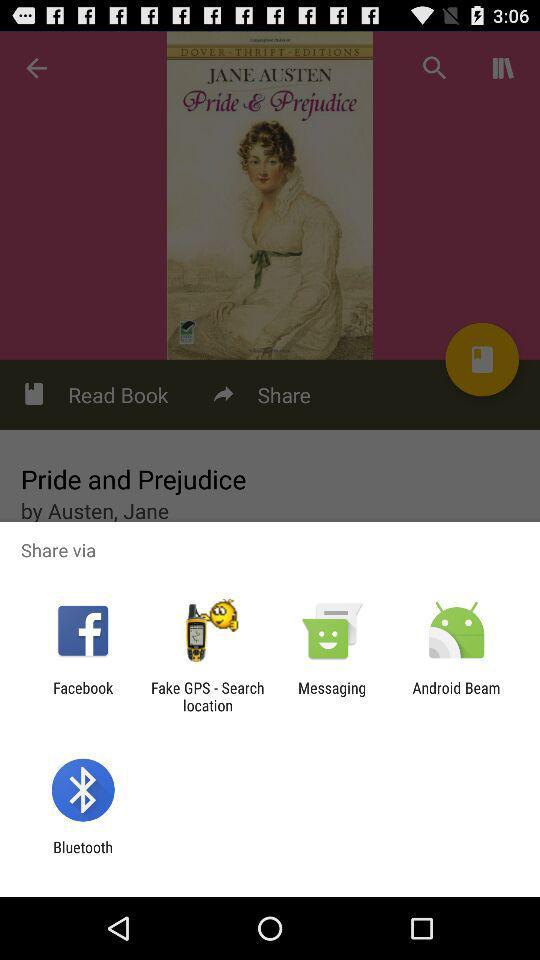 This screenshot has width=540, height=960. Describe the element at coordinates (332, 696) in the screenshot. I see `messaging icon` at that location.